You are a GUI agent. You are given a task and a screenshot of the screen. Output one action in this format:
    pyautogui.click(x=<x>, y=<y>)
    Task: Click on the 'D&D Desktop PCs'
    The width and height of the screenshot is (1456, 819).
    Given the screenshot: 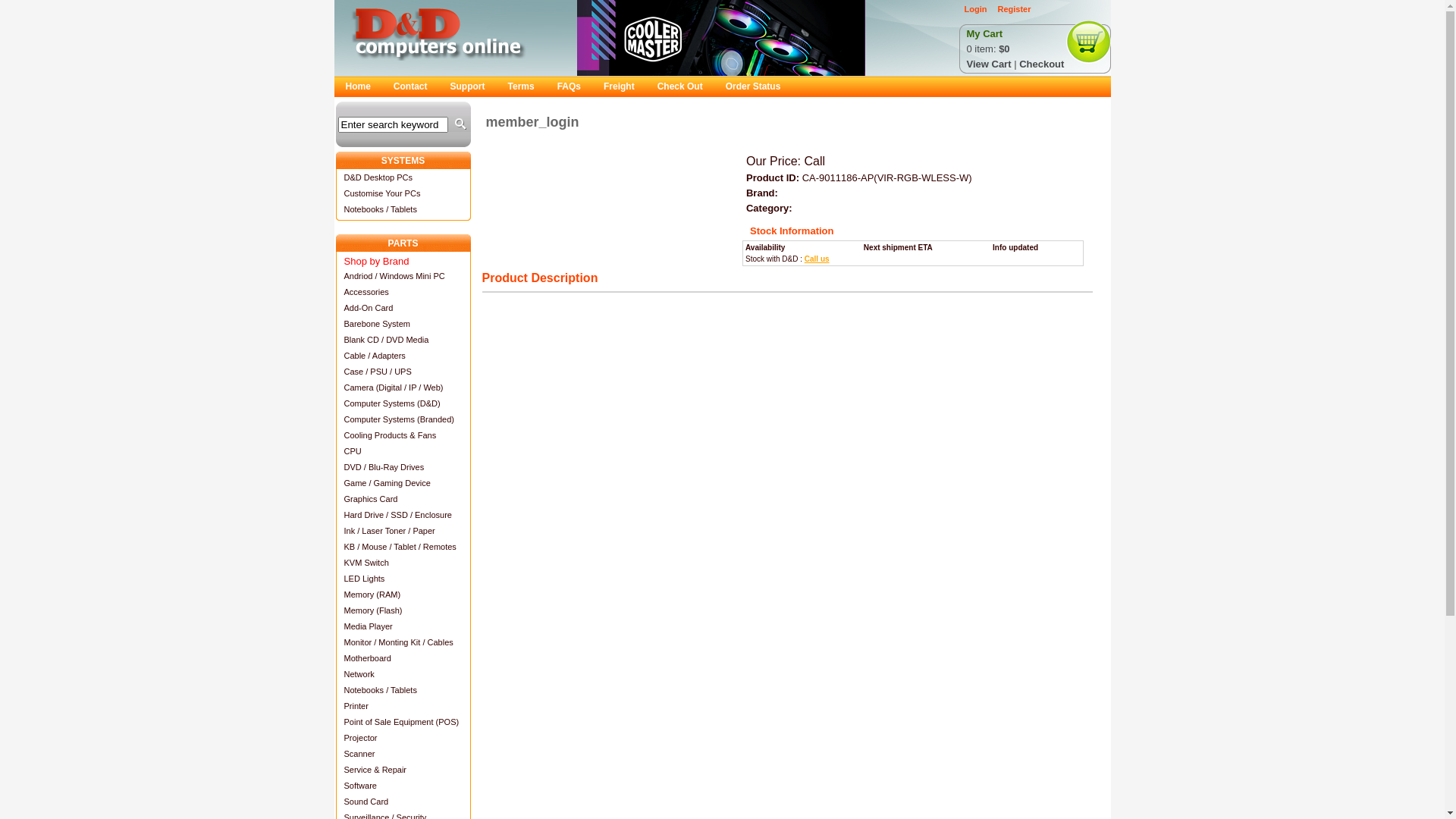 What is the action you would take?
    pyautogui.click(x=403, y=176)
    